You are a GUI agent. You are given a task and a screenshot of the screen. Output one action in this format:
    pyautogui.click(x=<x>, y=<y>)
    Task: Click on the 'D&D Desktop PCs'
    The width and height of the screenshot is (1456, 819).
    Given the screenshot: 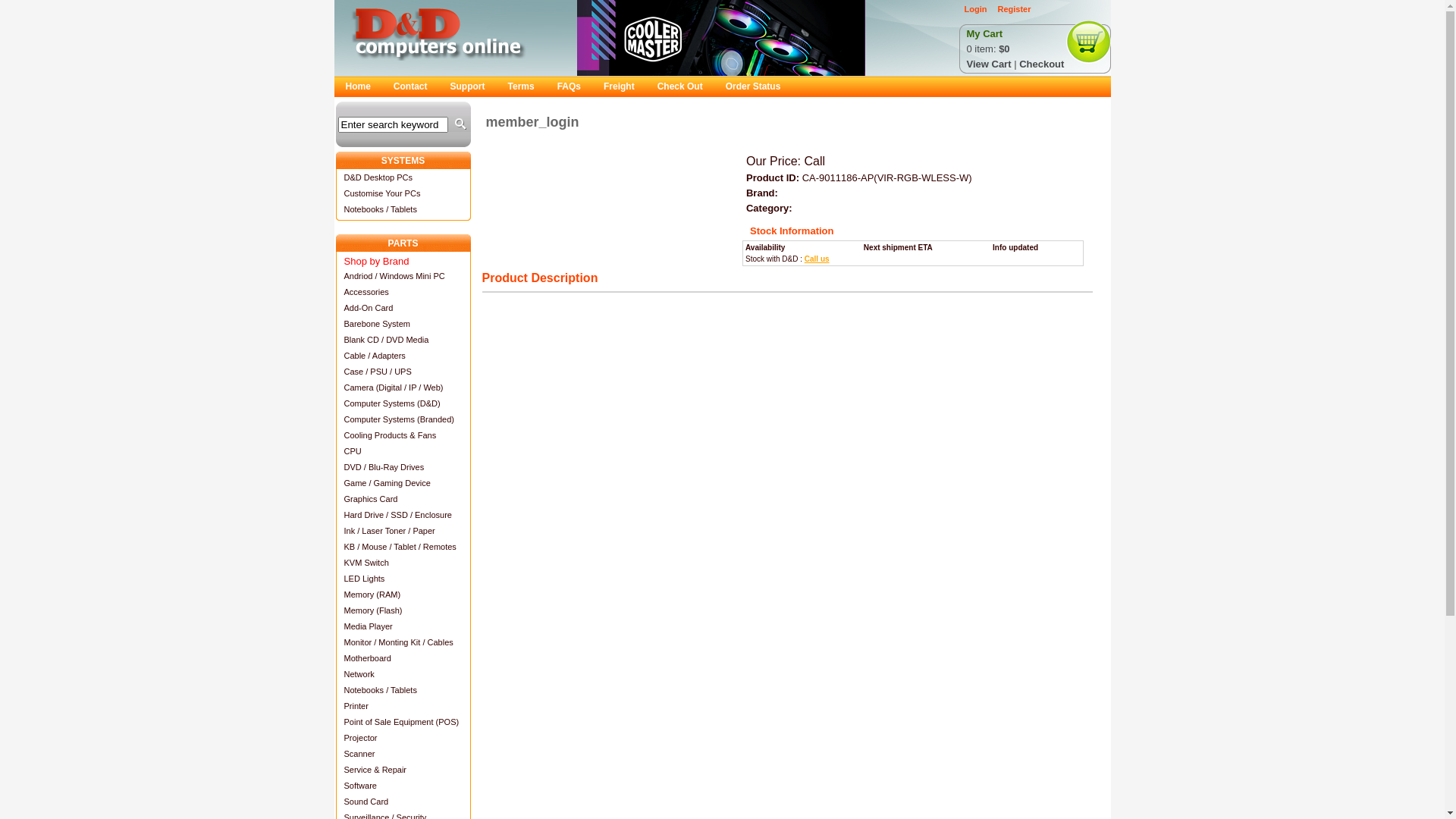 What is the action you would take?
    pyautogui.click(x=403, y=176)
    